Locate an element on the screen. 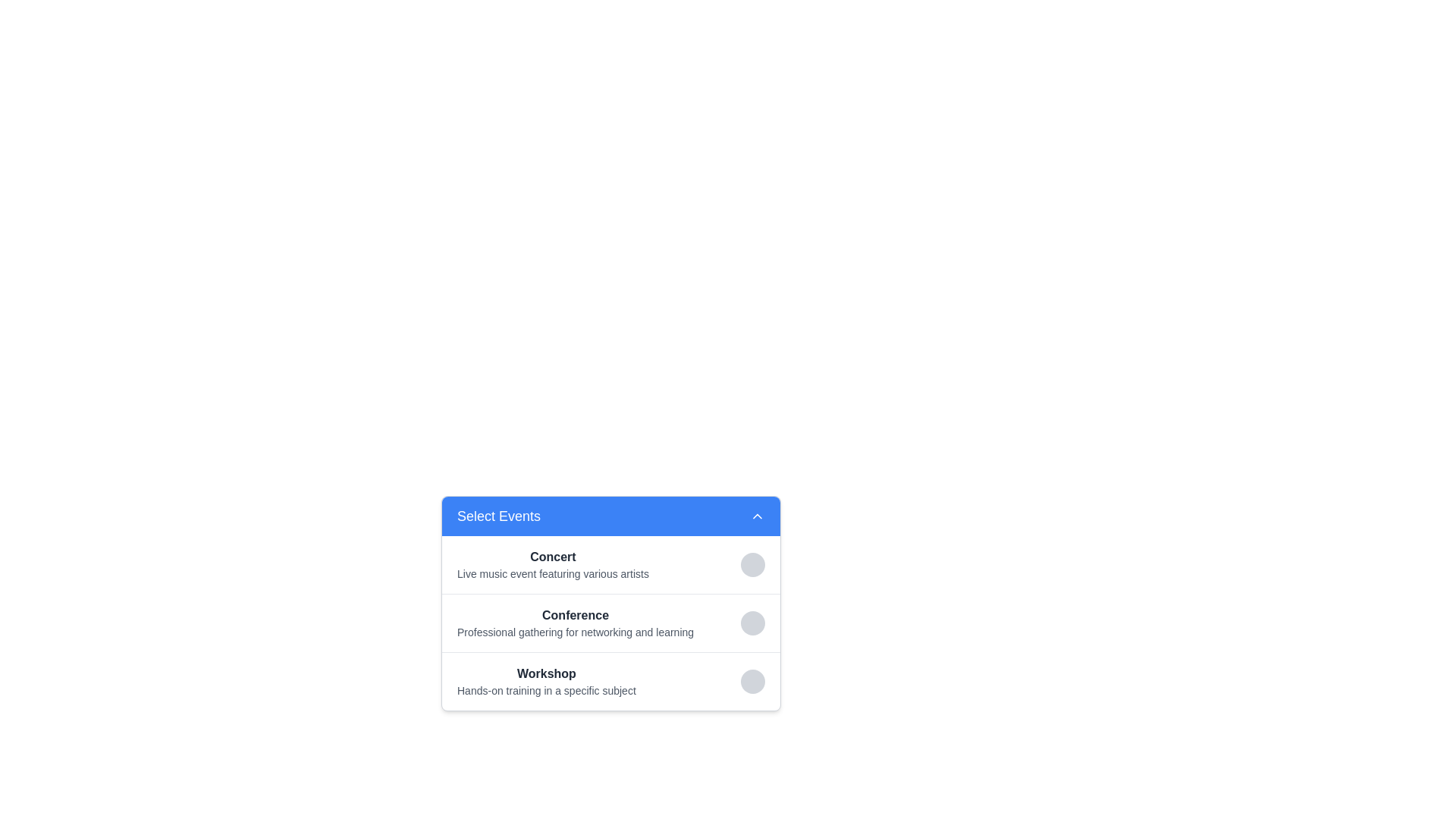  the text label displaying 'Conference' is located at coordinates (574, 616).